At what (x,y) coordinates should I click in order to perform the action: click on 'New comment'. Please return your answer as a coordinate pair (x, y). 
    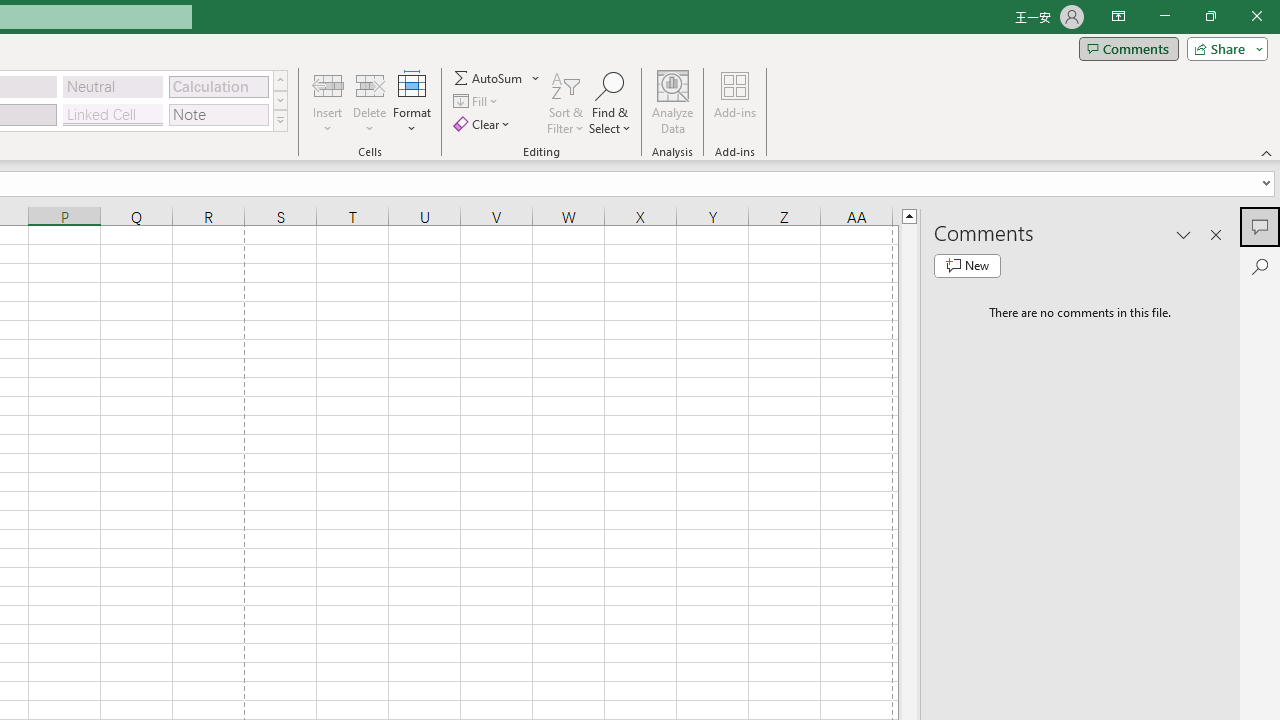
    Looking at the image, I should click on (967, 265).